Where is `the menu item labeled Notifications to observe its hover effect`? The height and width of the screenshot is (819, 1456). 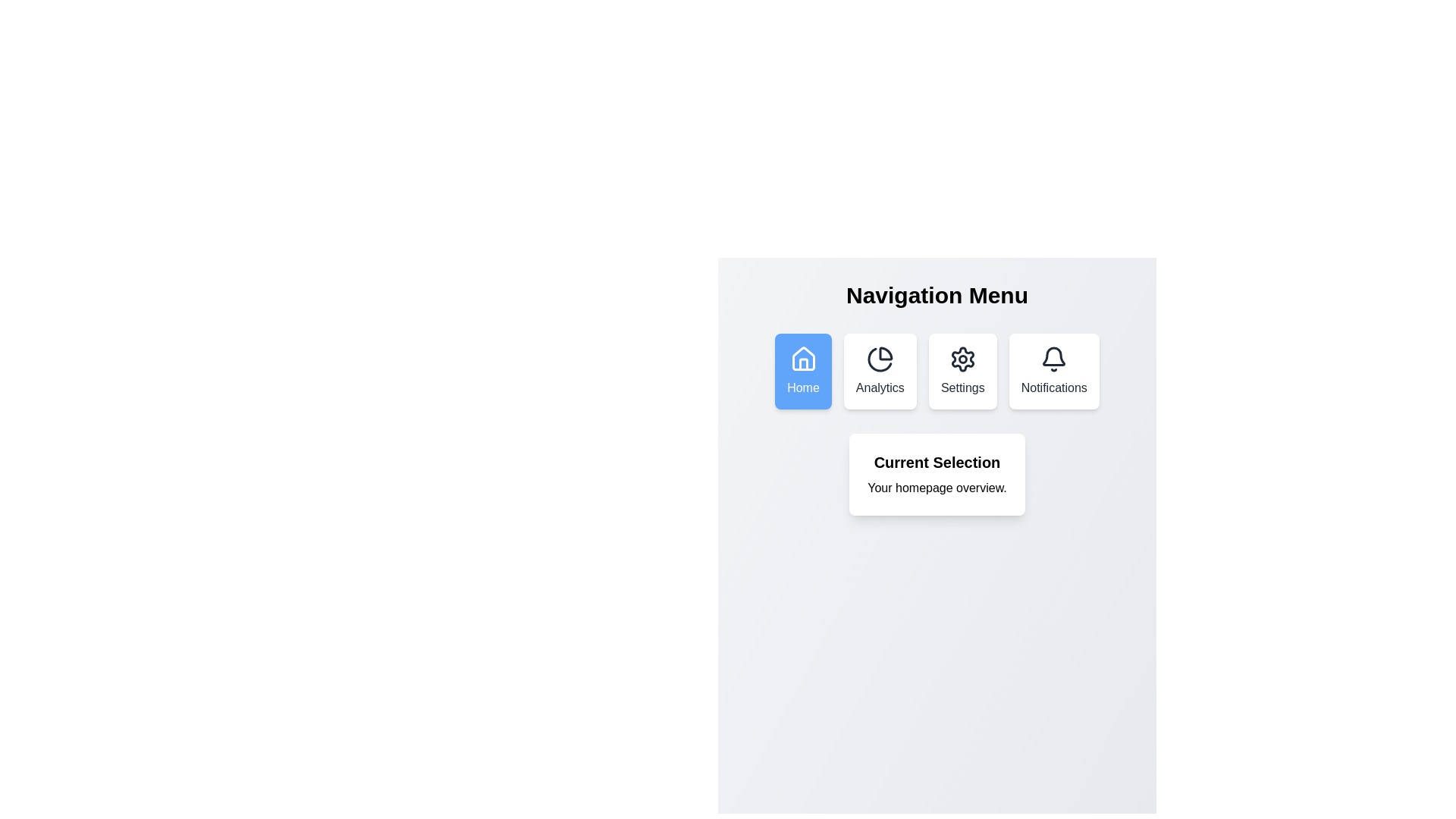 the menu item labeled Notifications to observe its hover effect is located at coordinates (1053, 371).